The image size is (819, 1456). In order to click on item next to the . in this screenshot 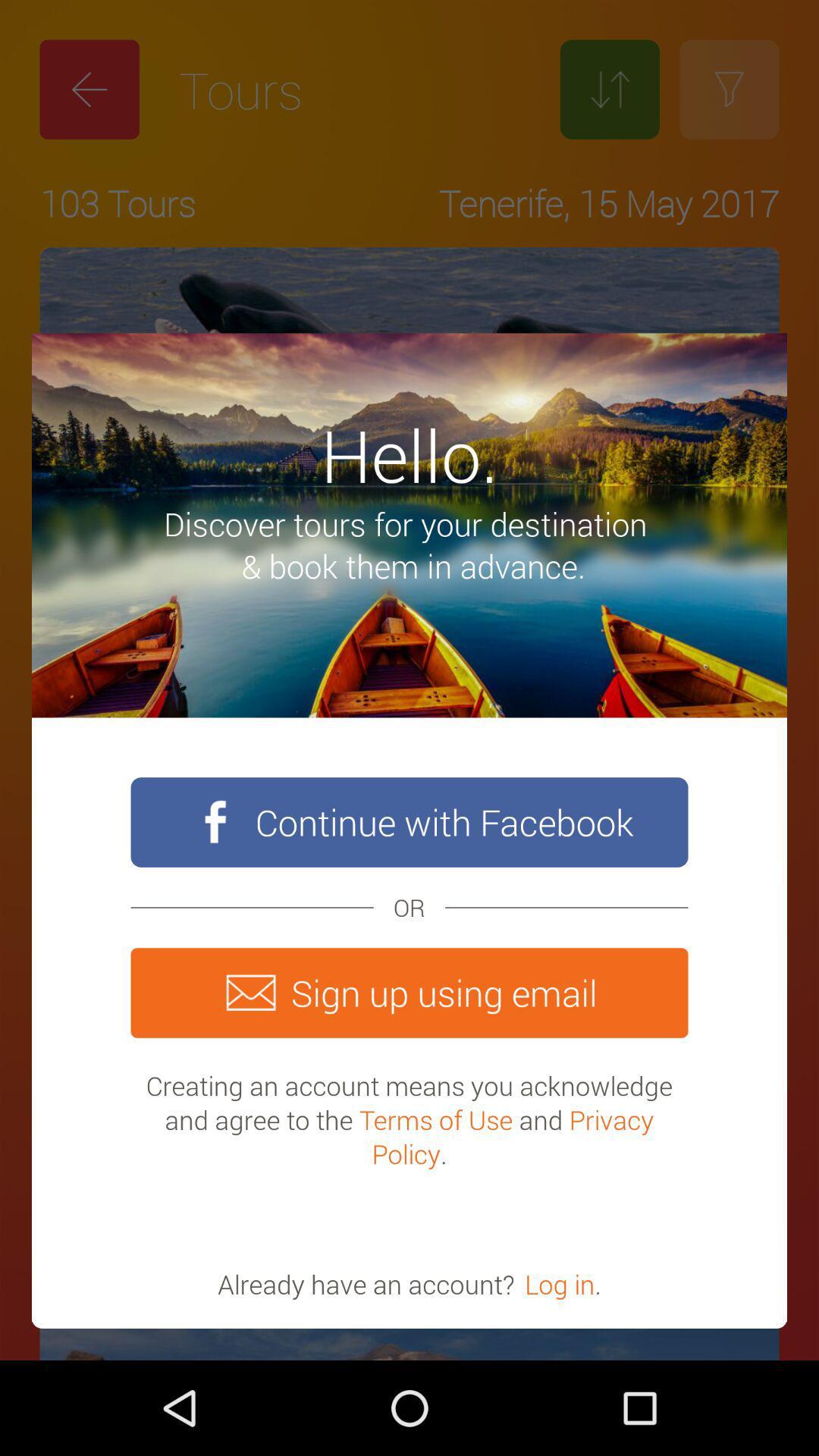, I will do `click(560, 1283)`.